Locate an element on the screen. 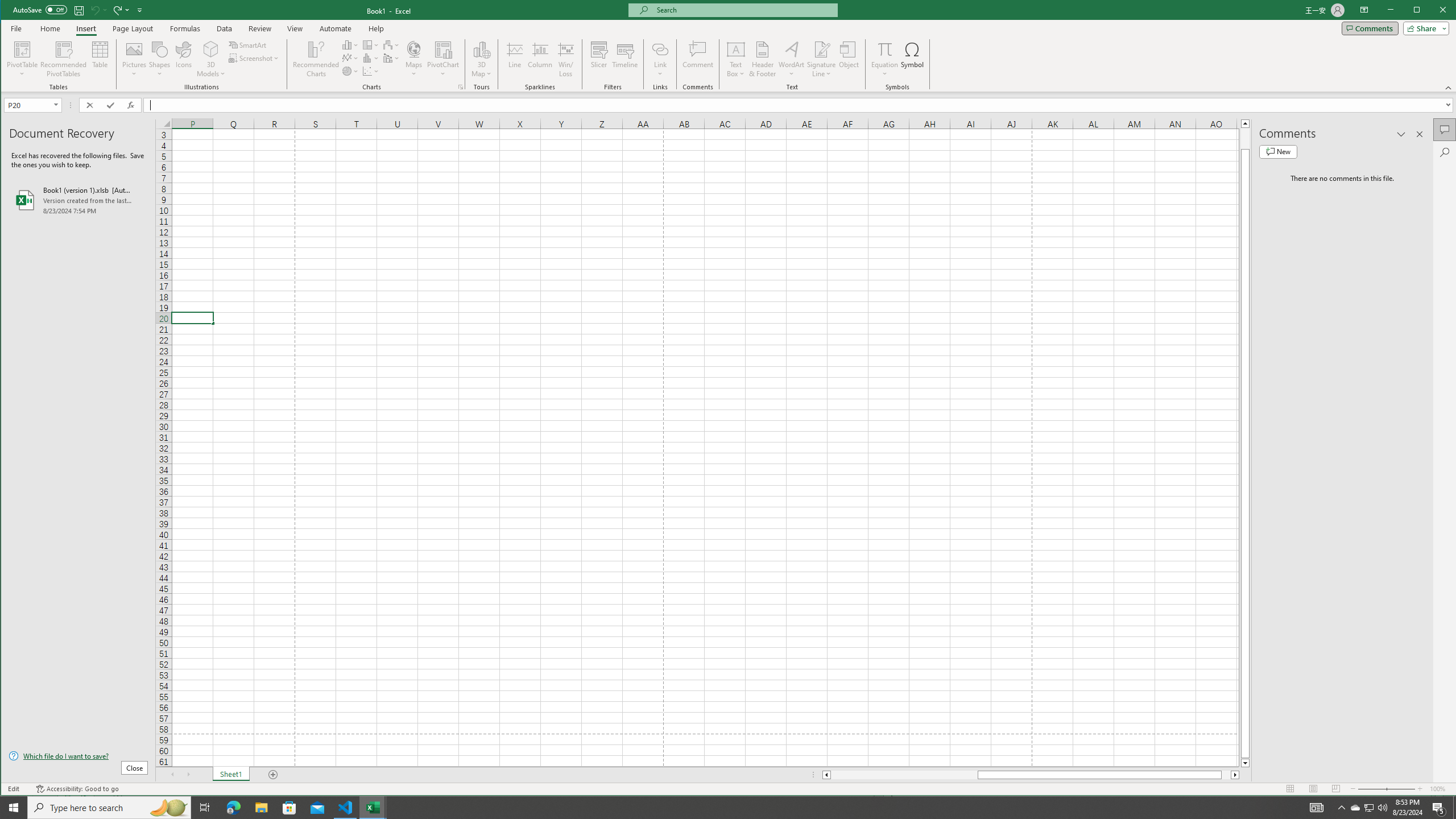 The height and width of the screenshot is (819, 1456). 'Add Sheet' is located at coordinates (273, 775).